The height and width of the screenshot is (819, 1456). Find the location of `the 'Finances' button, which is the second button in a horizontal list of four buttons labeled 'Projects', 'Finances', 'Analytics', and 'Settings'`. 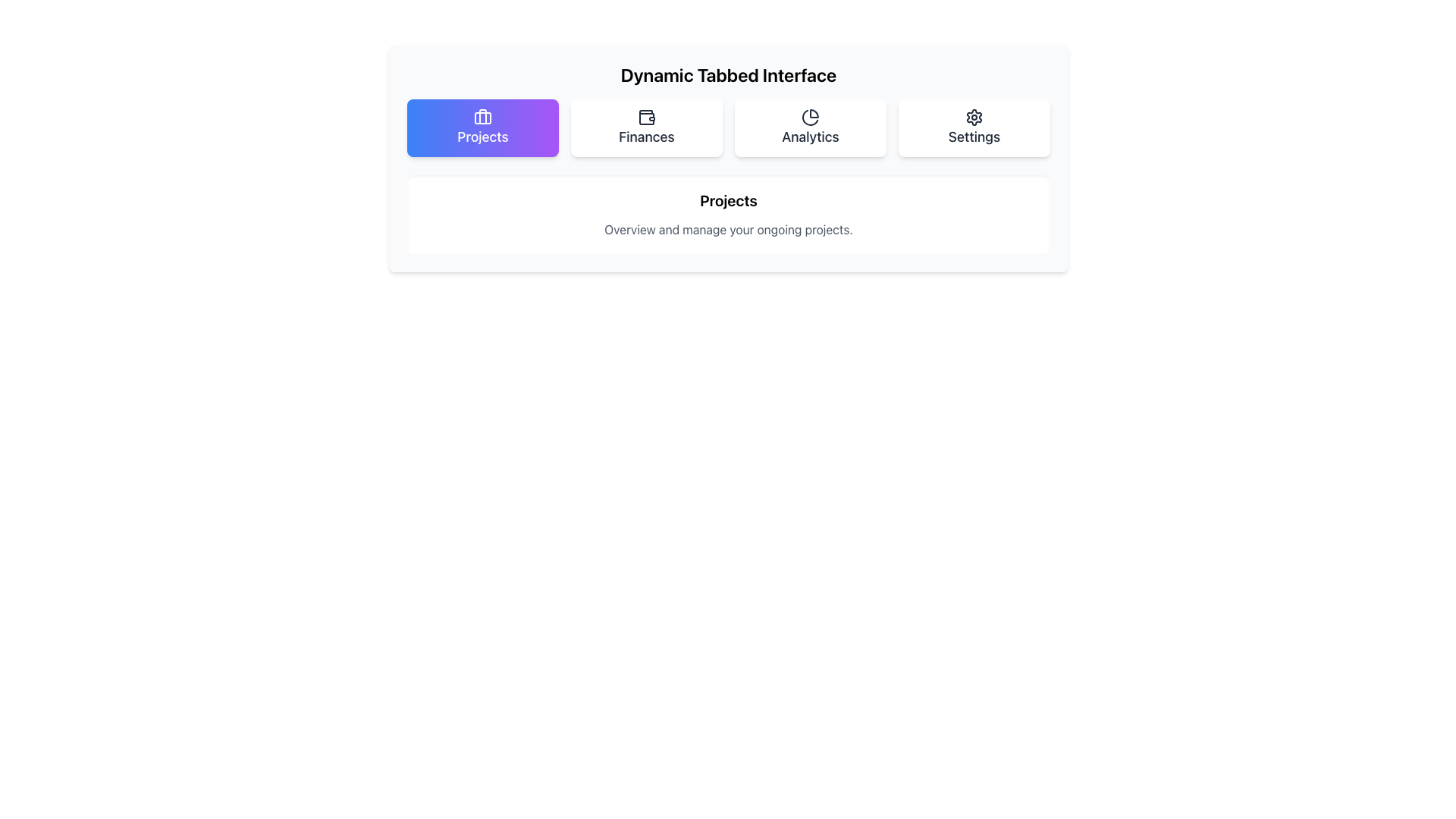

the 'Finances' button, which is the second button in a horizontal list of four buttons labeled 'Projects', 'Finances', 'Analytics', and 'Settings' is located at coordinates (647, 127).